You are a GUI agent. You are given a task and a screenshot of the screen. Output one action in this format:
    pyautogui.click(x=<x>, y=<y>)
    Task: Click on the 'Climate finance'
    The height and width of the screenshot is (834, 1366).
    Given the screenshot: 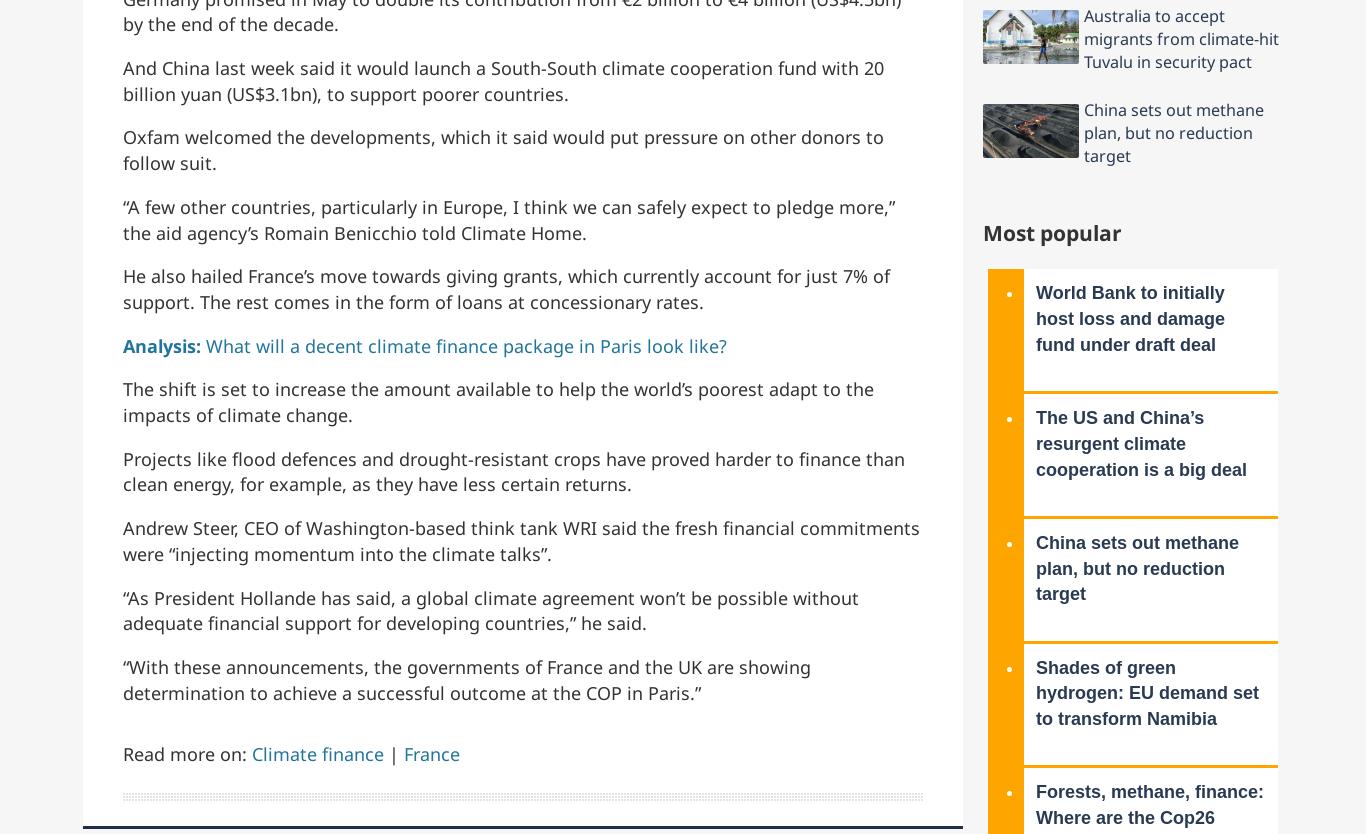 What is the action you would take?
    pyautogui.click(x=318, y=754)
    